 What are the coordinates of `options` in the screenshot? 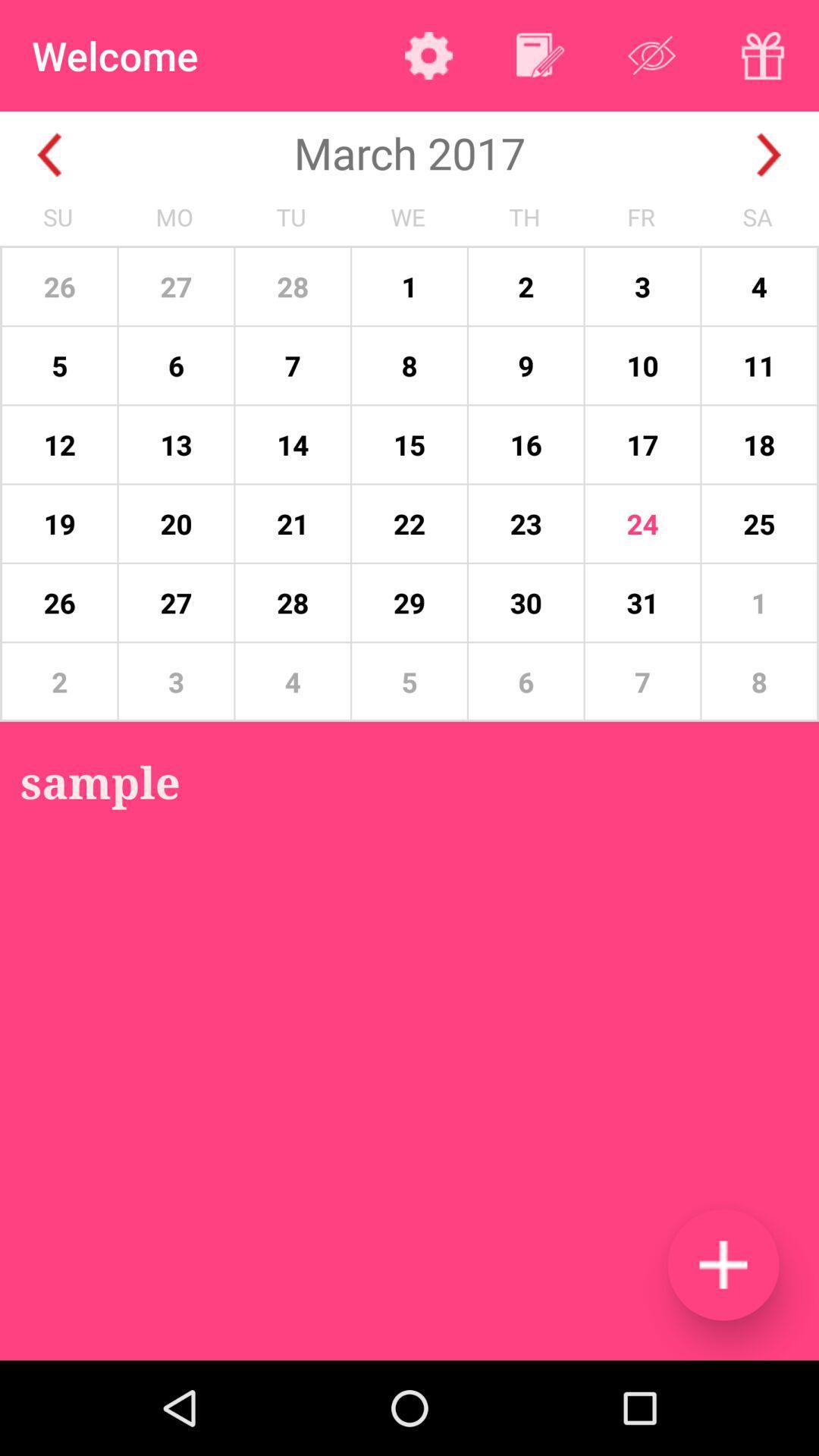 It's located at (428, 55).